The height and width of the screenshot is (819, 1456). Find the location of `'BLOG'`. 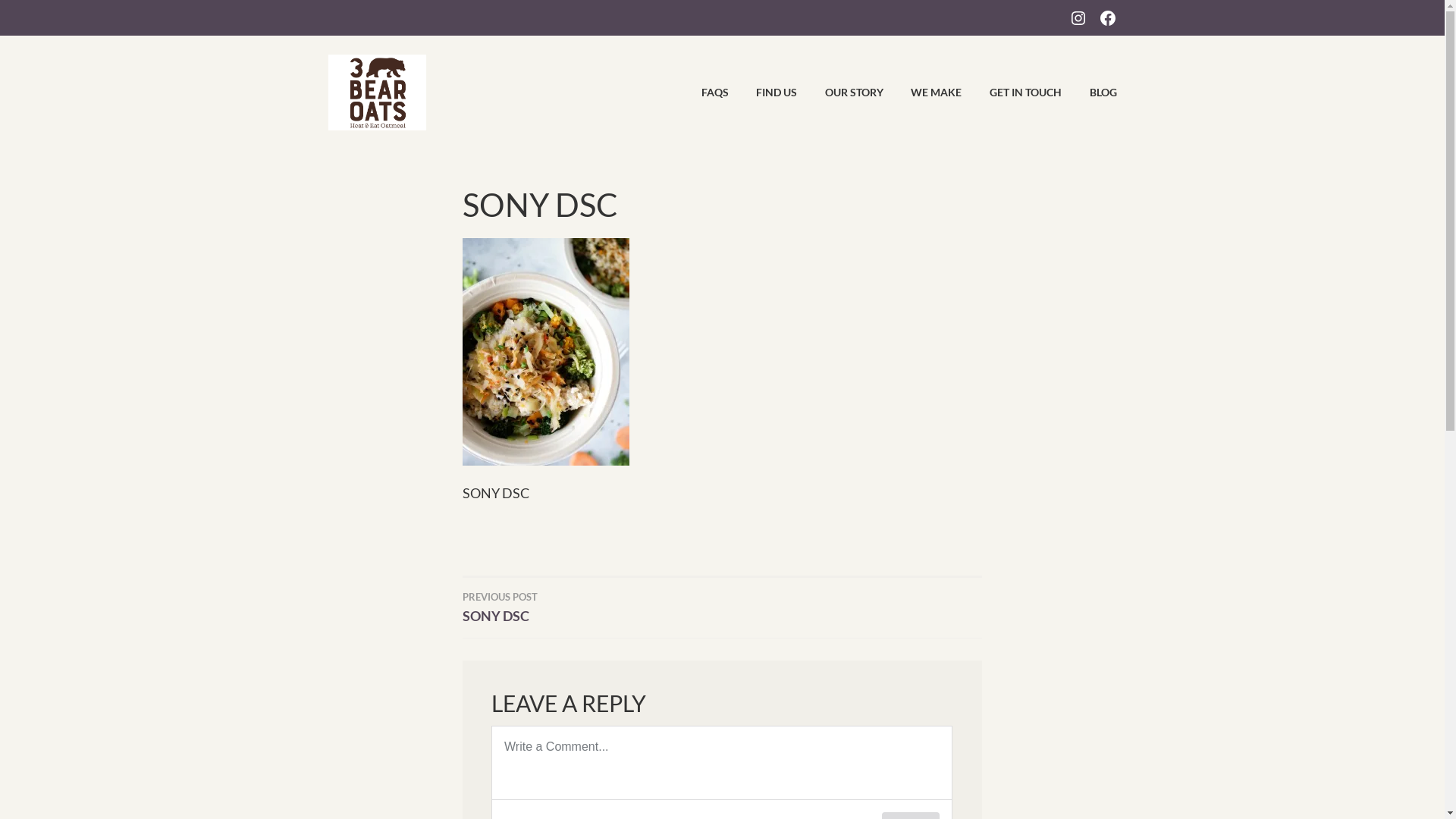

'BLOG' is located at coordinates (1090, 93).